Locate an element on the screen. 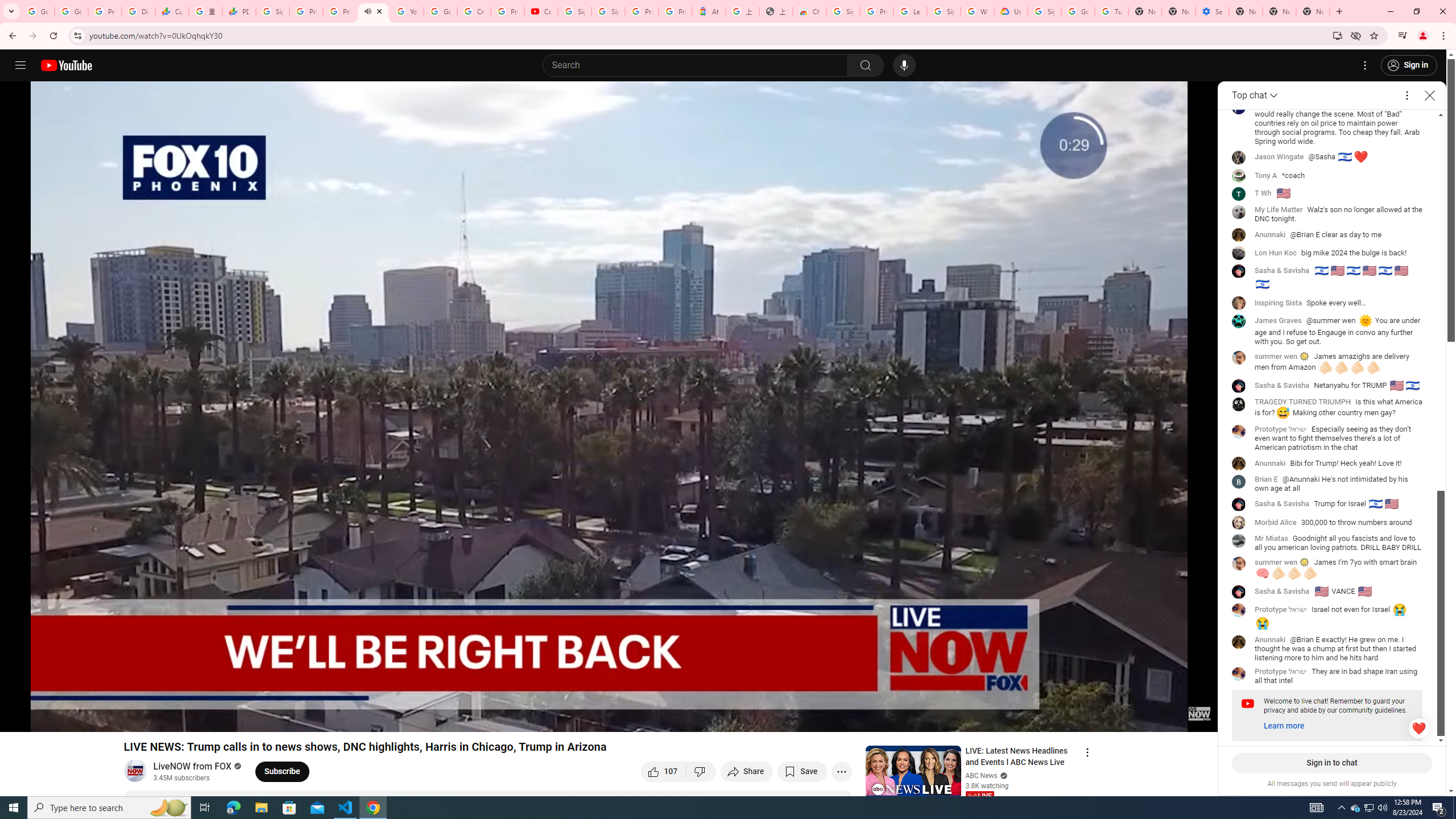 This screenshot has height=819, width=1456. 'Share' is located at coordinates (746, 771).